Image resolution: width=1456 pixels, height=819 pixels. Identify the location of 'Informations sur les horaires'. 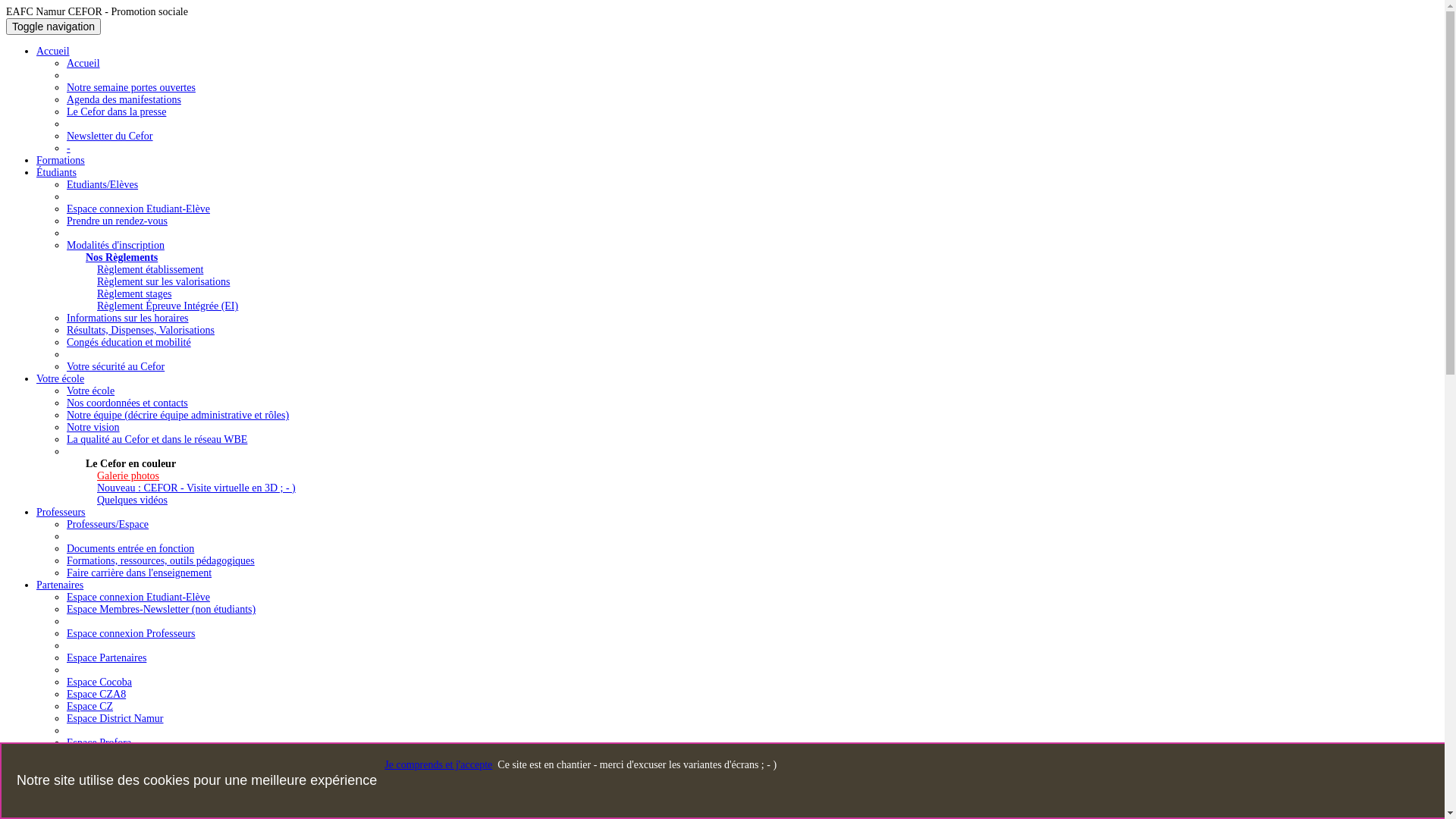
(127, 317).